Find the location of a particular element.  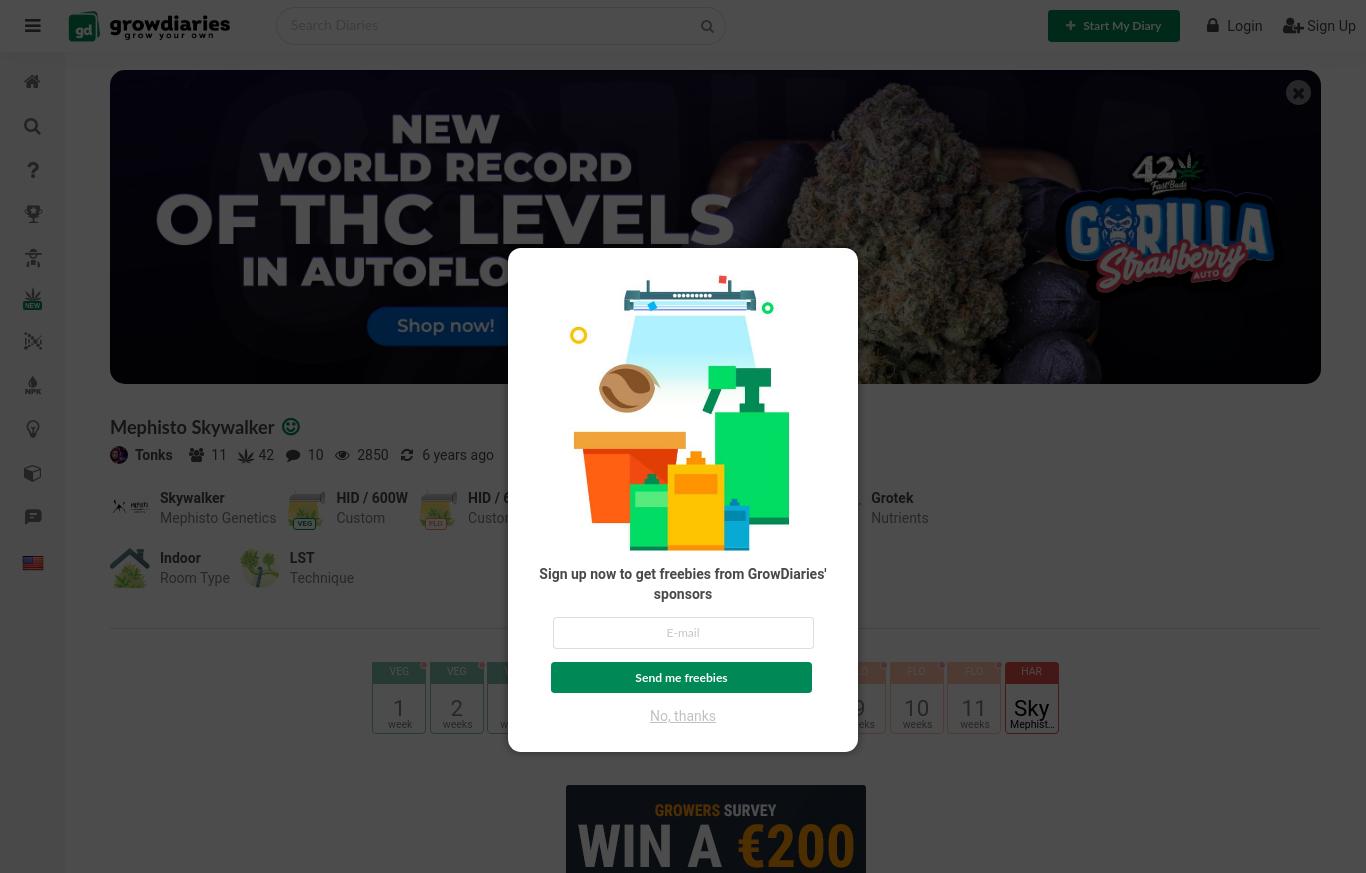

'LST' is located at coordinates (301, 555).